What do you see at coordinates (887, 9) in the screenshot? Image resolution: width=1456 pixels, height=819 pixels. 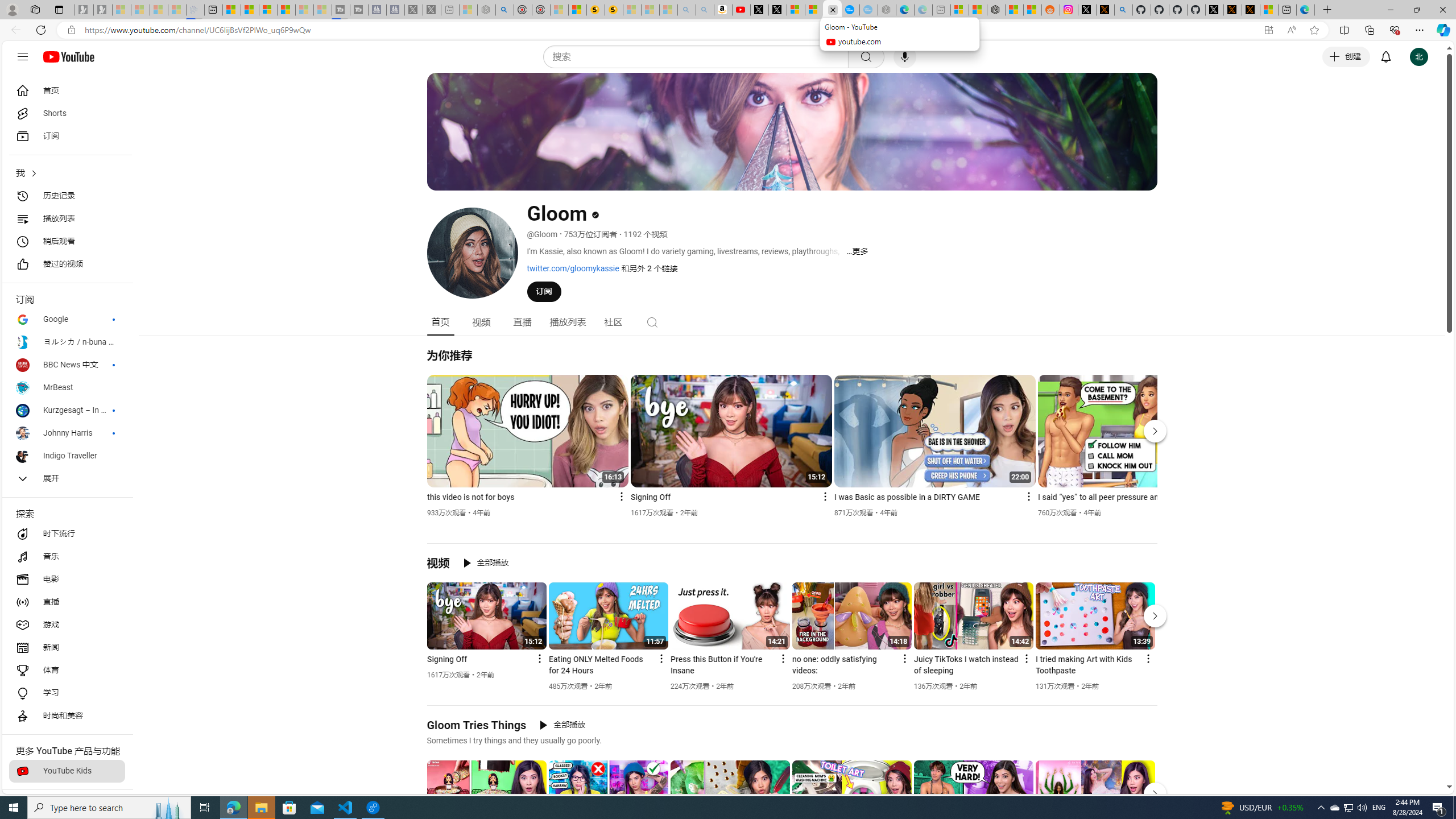 I see `'Nordace - Nordace has arrived Hong Kong - Sleeping'` at bounding box center [887, 9].